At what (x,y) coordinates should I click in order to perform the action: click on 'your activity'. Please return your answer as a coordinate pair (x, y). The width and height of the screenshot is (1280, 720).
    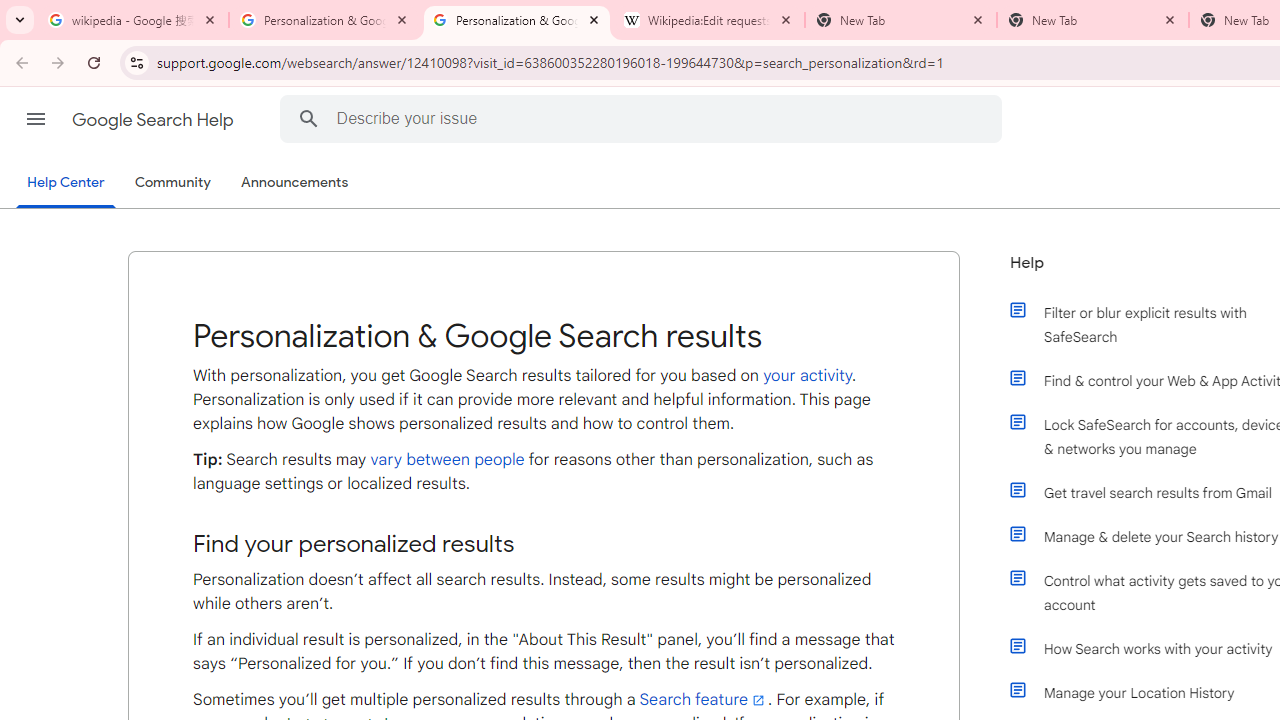
    Looking at the image, I should click on (807, 375).